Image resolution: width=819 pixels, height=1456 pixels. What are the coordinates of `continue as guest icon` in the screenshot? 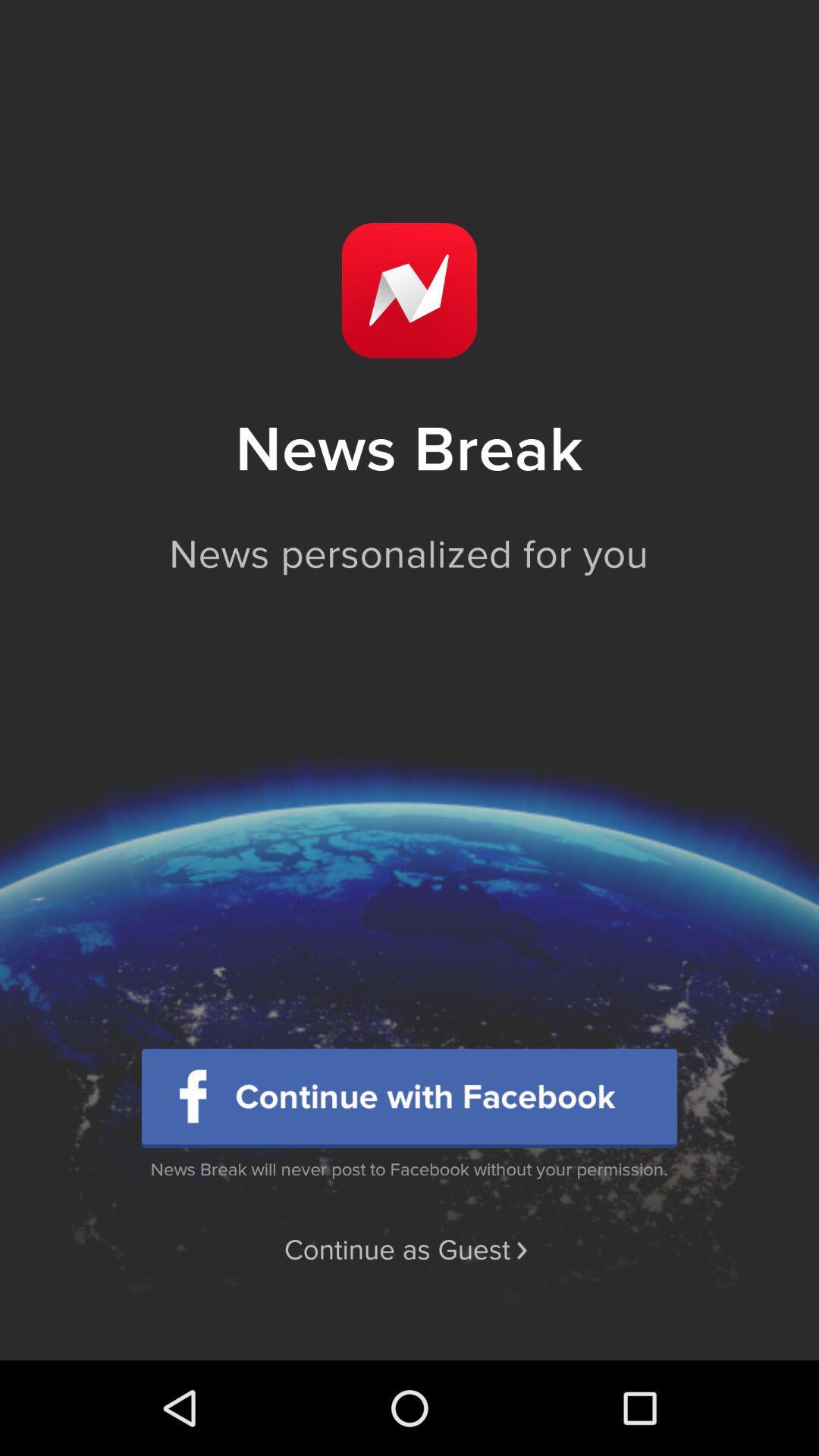 It's located at (408, 1250).